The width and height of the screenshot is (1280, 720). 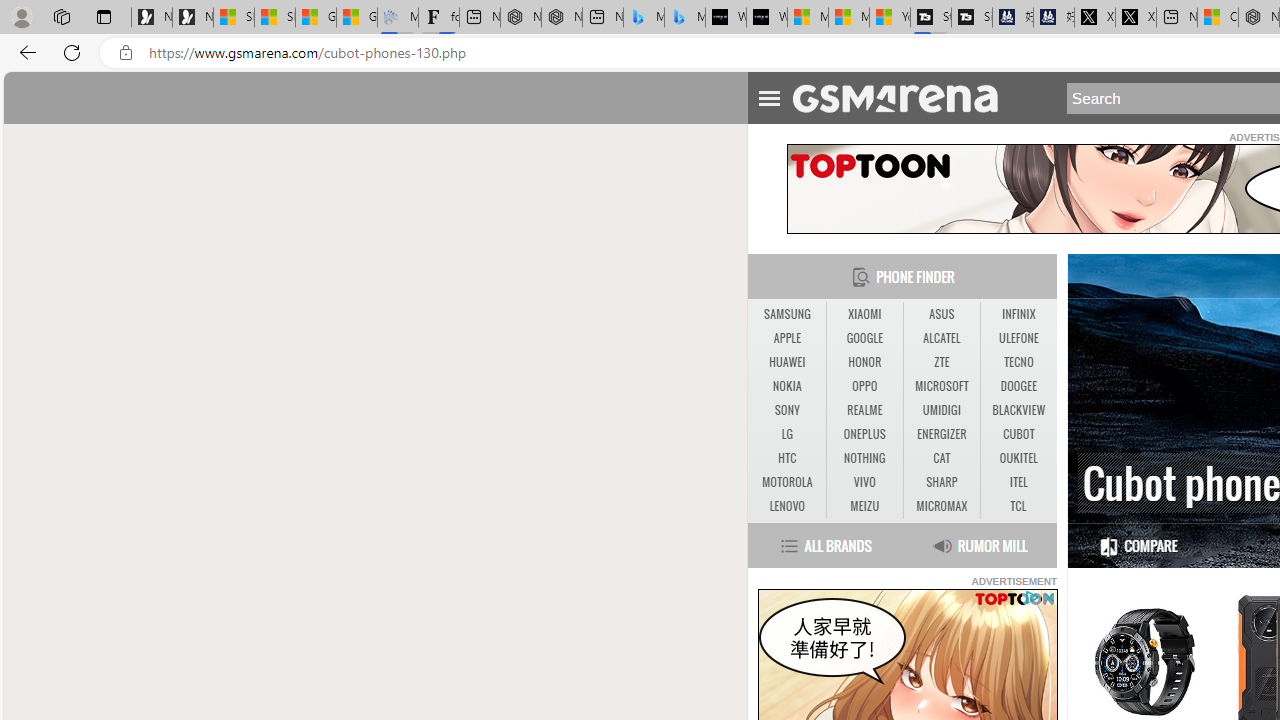 I want to click on 'ONEPLUS', so click(x=864, y=433).